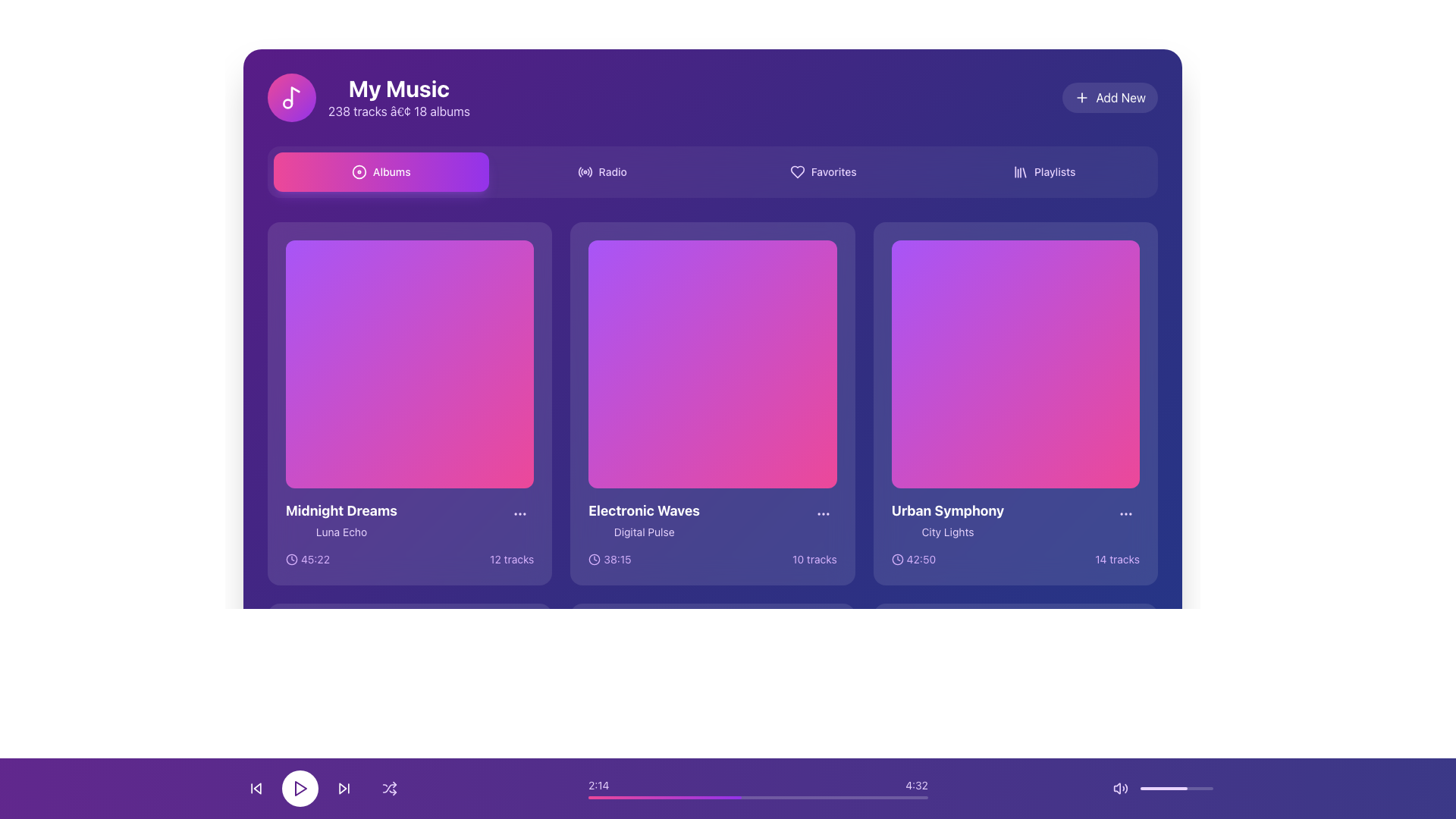  Describe the element at coordinates (300, 788) in the screenshot. I see `the purple play button icon located inside a circular white button at the bottom-center of the media controls bar to play the media` at that location.